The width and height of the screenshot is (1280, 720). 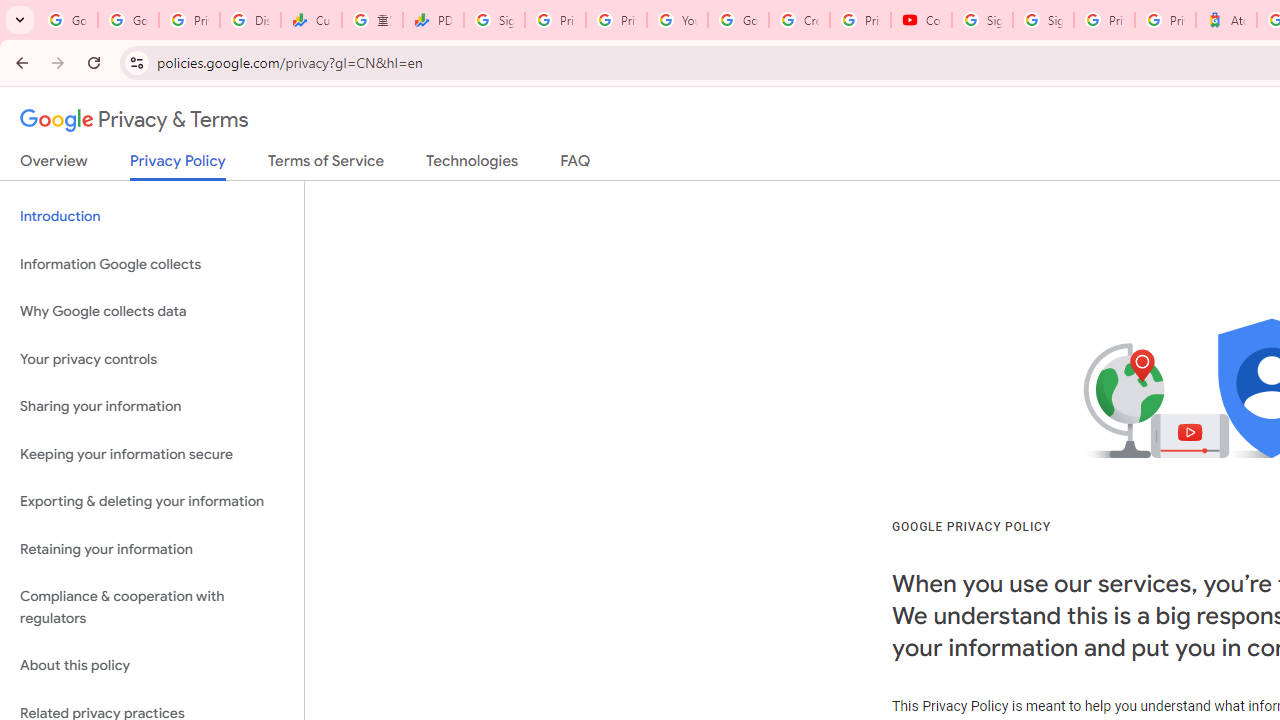 I want to click on 'Compliance & cooperation with regulators', so click(x=151, y=607).